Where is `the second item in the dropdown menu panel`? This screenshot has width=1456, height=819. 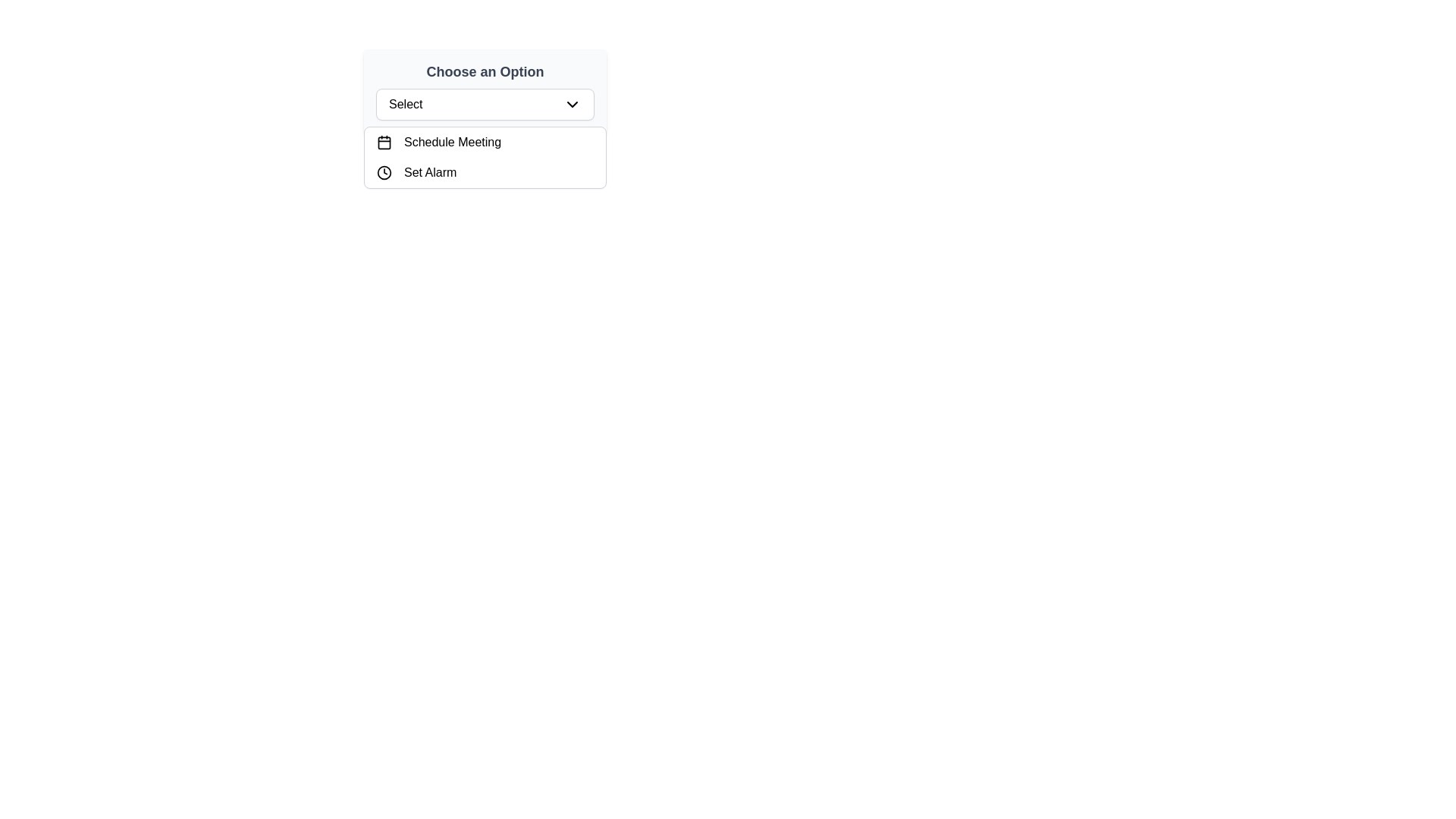
the second item in the dropdown menu panel is located at coordinates (484, 171).